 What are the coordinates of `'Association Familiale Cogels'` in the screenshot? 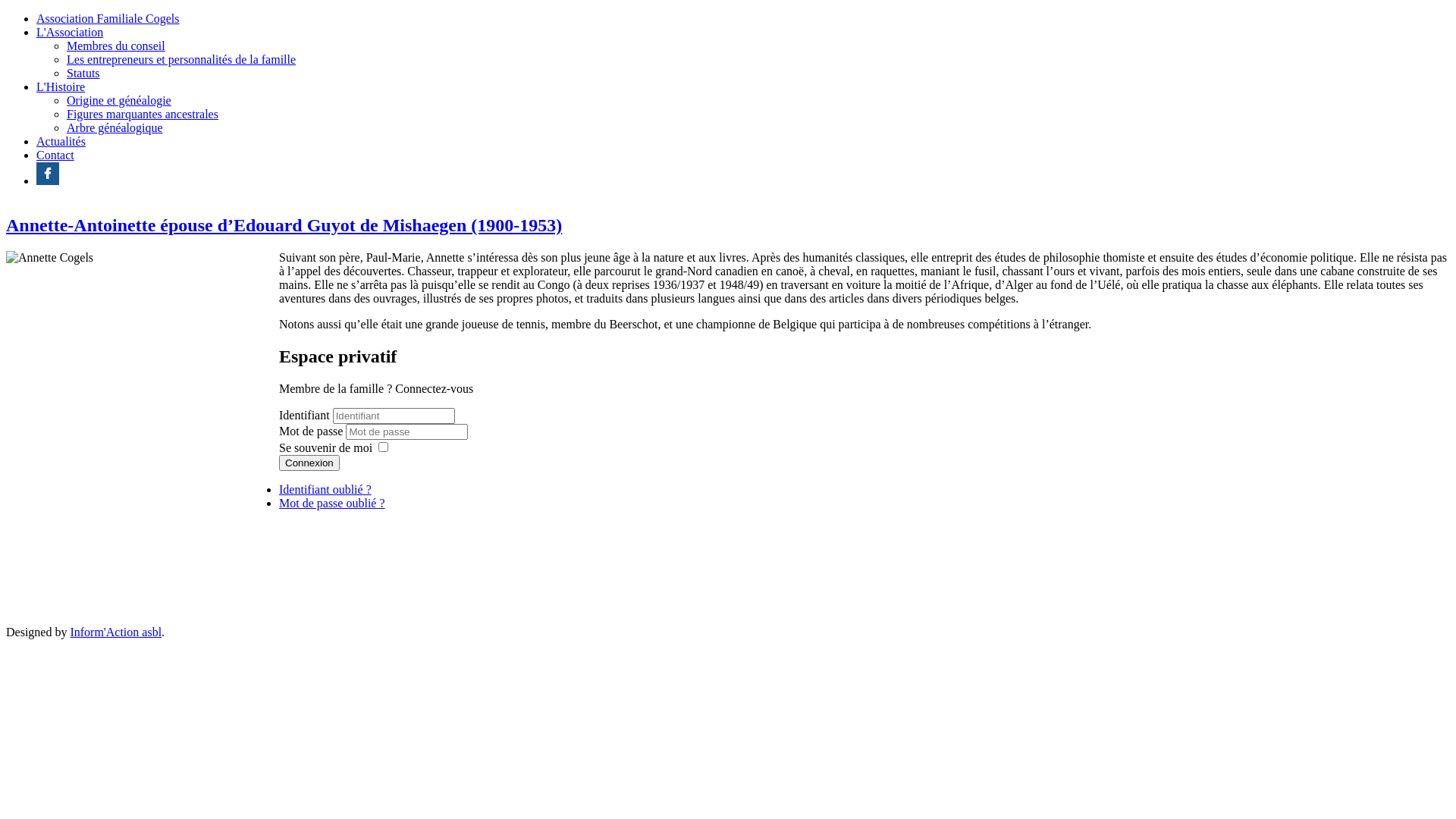 It's located at (36, 18).